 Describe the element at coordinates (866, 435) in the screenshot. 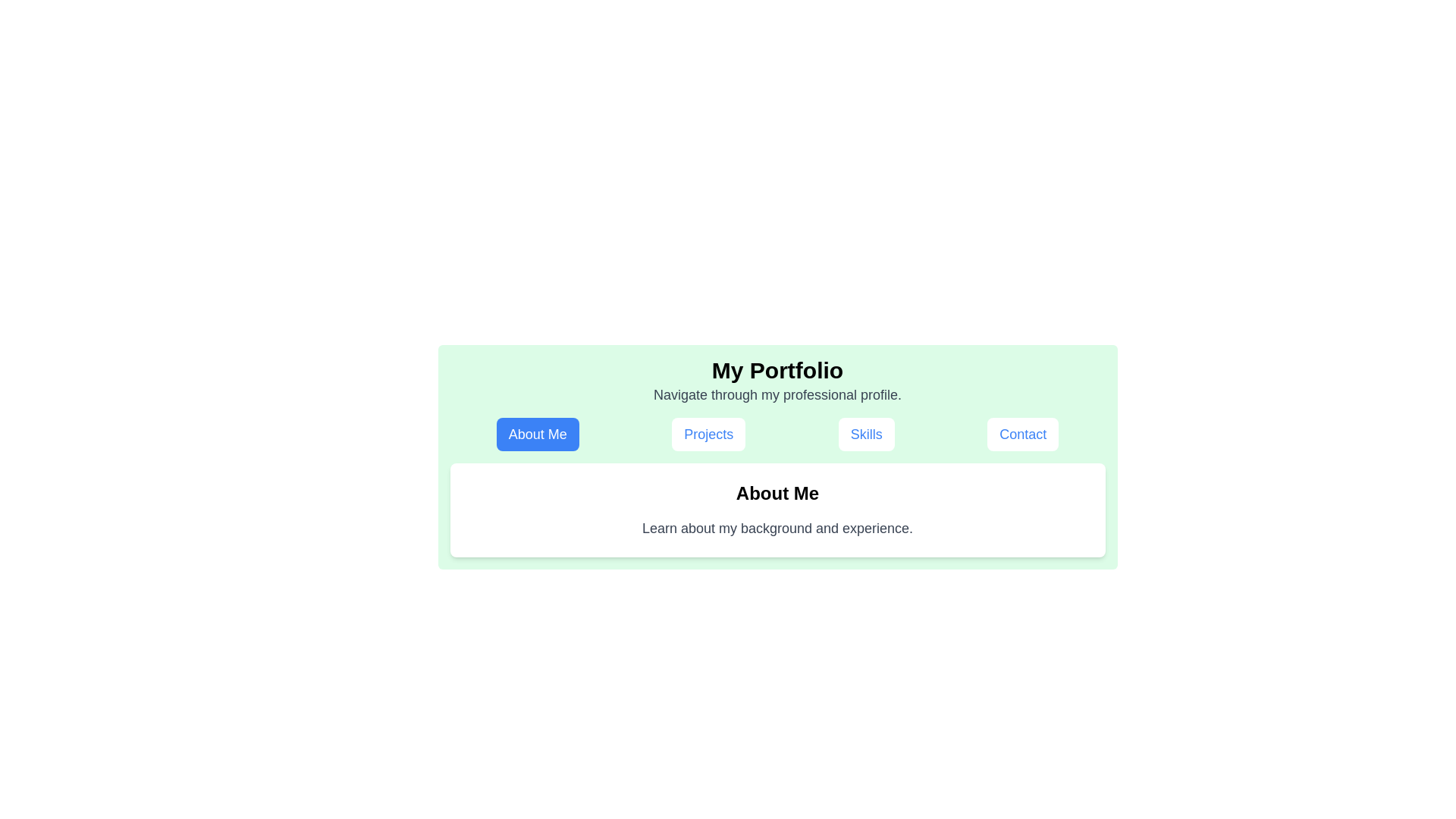

I see `the Skills tab to display its content` at that location.